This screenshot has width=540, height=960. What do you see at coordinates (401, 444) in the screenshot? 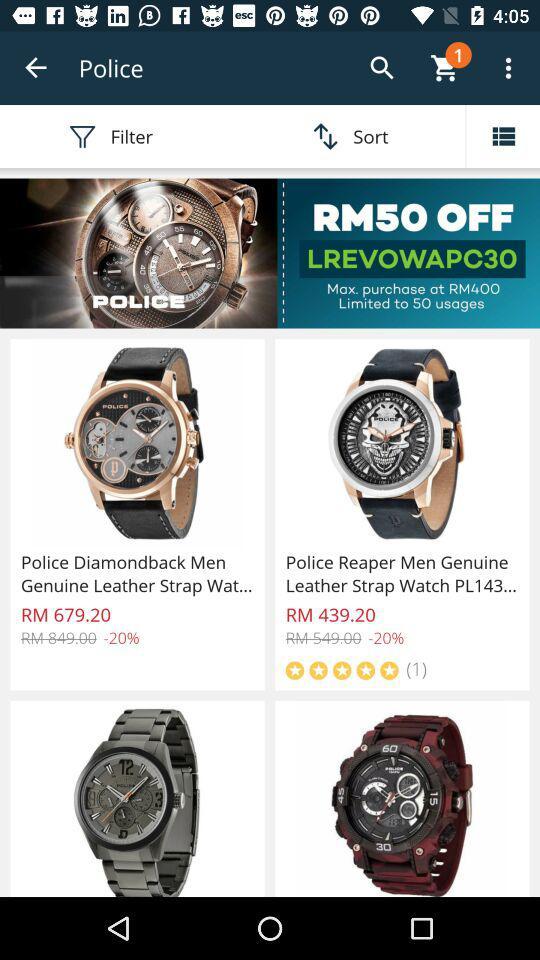
I see `the image above 43920` at bounding box center [401, 444].